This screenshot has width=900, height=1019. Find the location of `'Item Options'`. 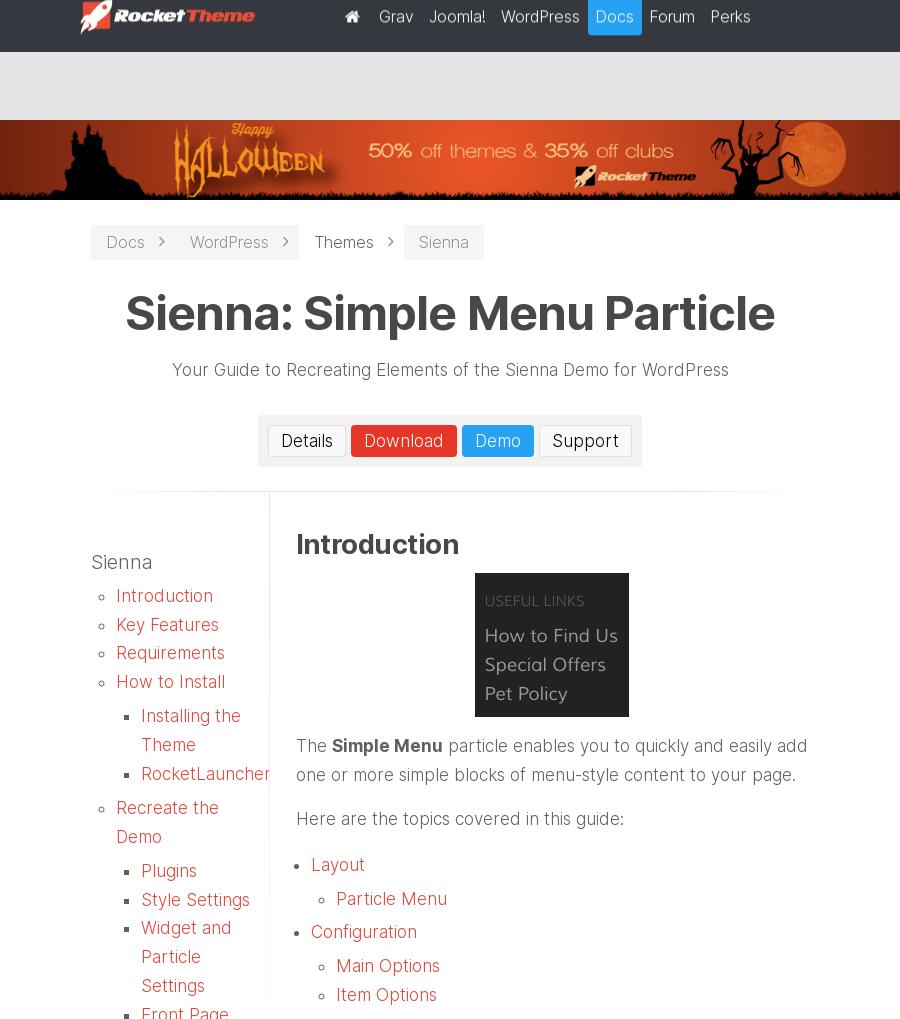

'Item Options' is located at coordinates (385, 994).